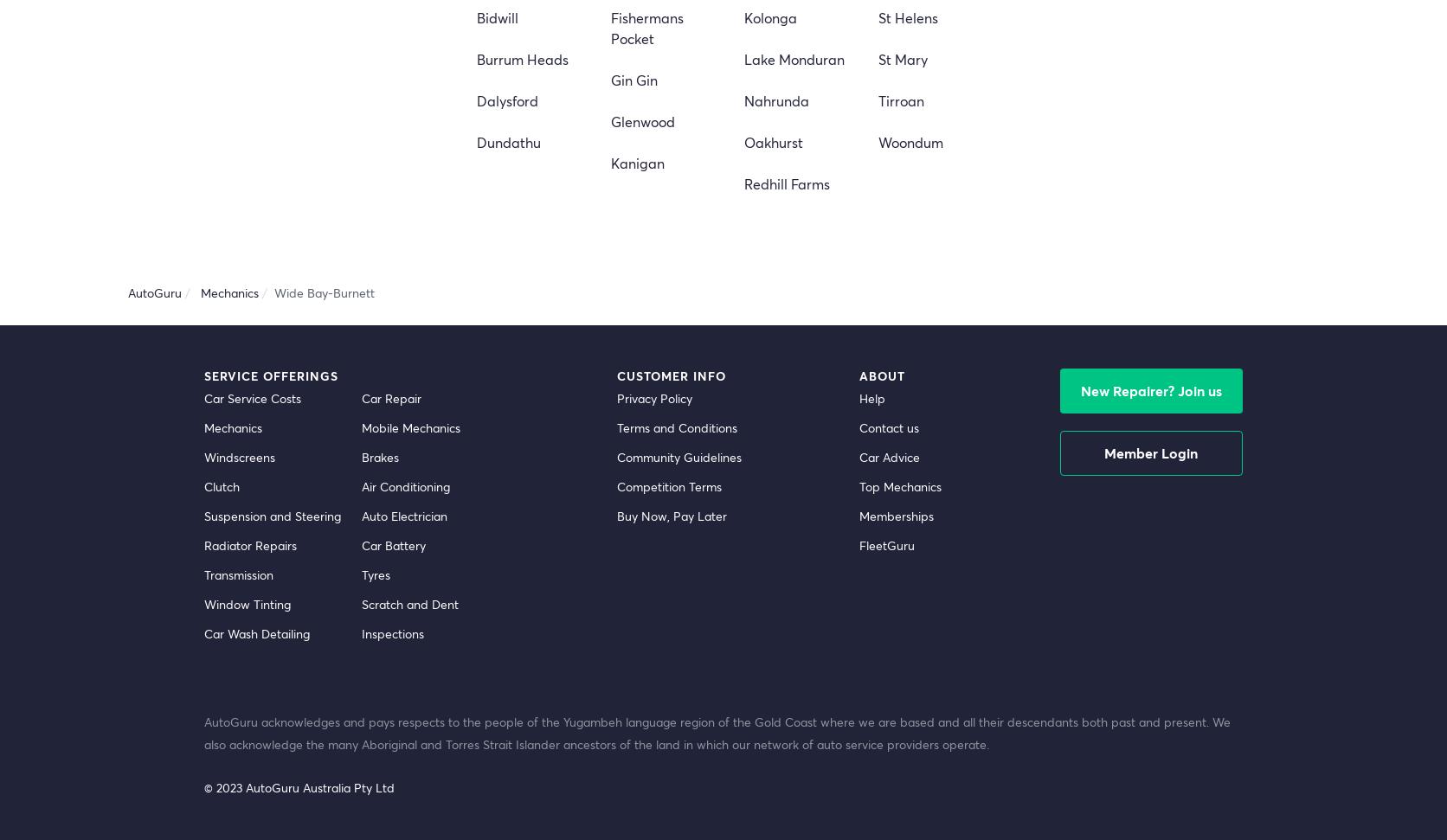  Describe the element at coordinates (250, 543) in the screenshot. I see `'Radiator Repairs'` at that location.